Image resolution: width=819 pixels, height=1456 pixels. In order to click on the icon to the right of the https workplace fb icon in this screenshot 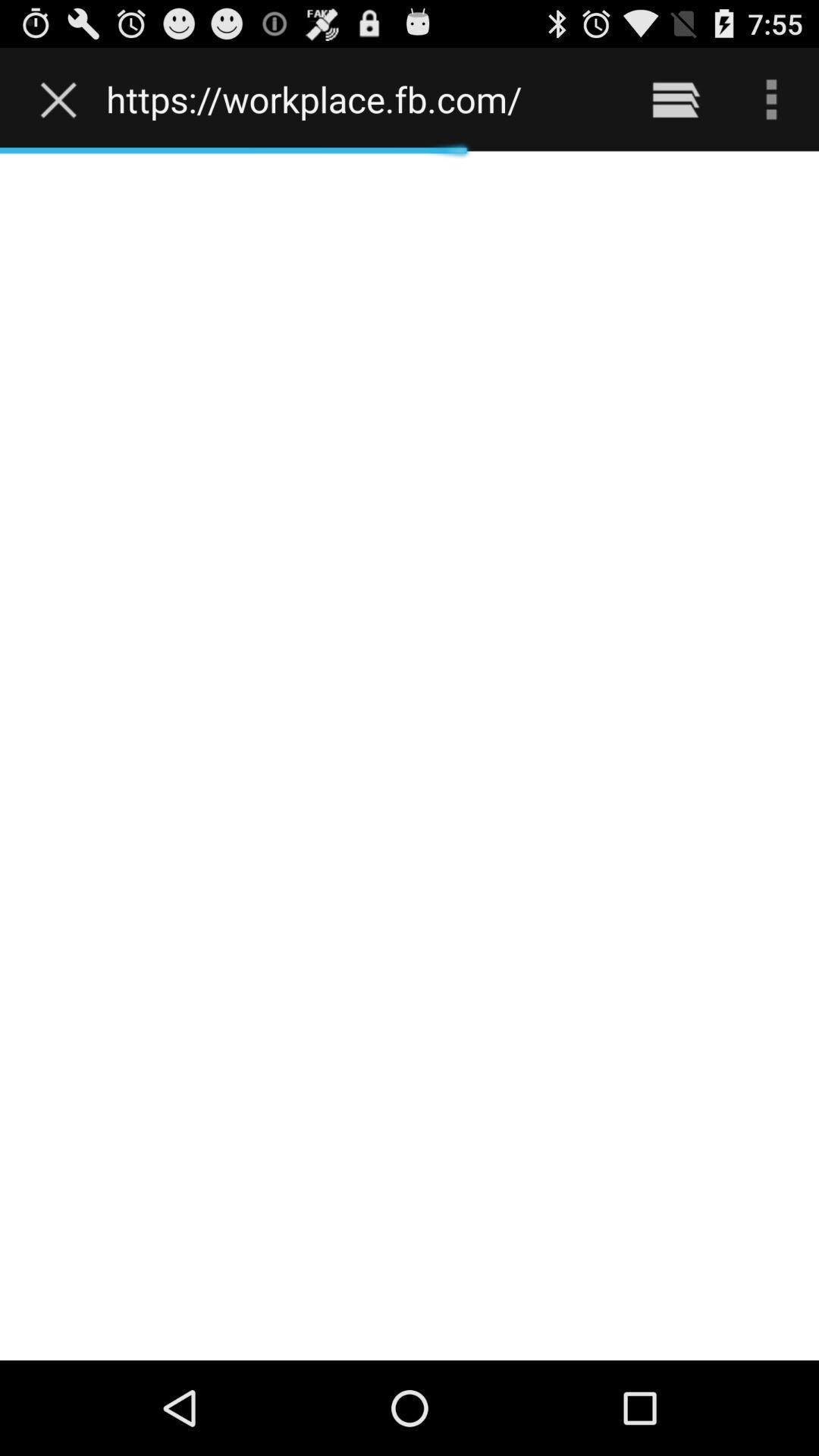, I will do `click(675, 99)`.